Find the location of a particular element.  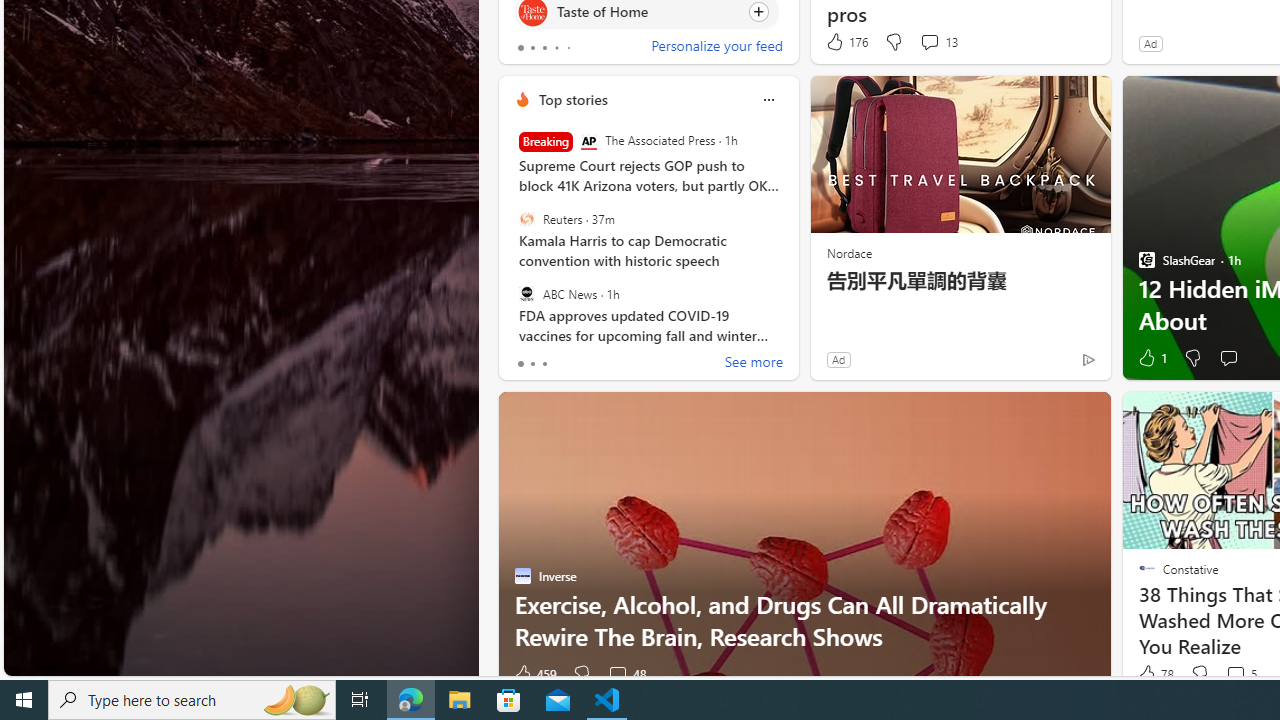

'View comments 5 Comment' is located at coordinates (1239, 674).